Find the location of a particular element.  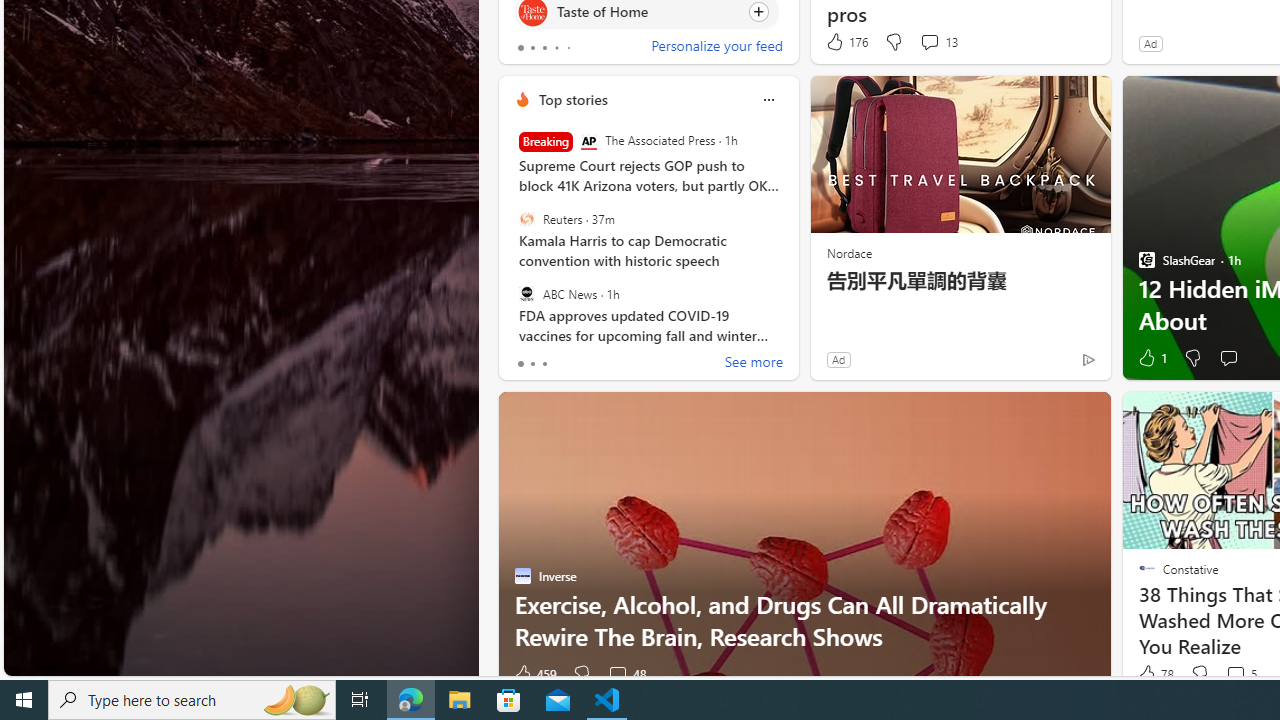

'View comments 5 Comment' is located at coordinates (1239, 674).